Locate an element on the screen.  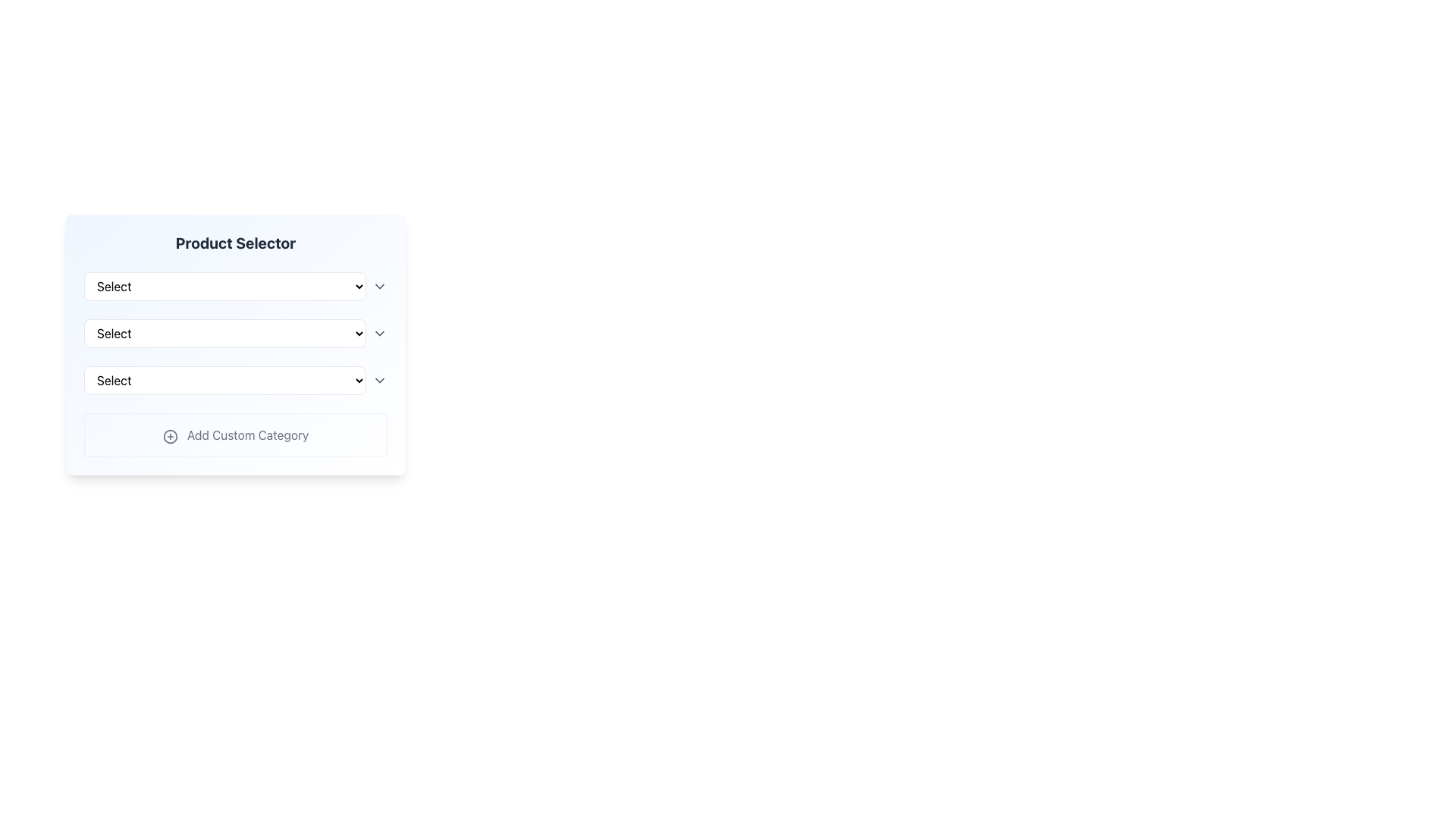
the downward-facing chevron icon for dropdown located to the right of the 'Select' text in the third dropdown row of the 'Product Selector' interface is located at coordinates (379, 379).